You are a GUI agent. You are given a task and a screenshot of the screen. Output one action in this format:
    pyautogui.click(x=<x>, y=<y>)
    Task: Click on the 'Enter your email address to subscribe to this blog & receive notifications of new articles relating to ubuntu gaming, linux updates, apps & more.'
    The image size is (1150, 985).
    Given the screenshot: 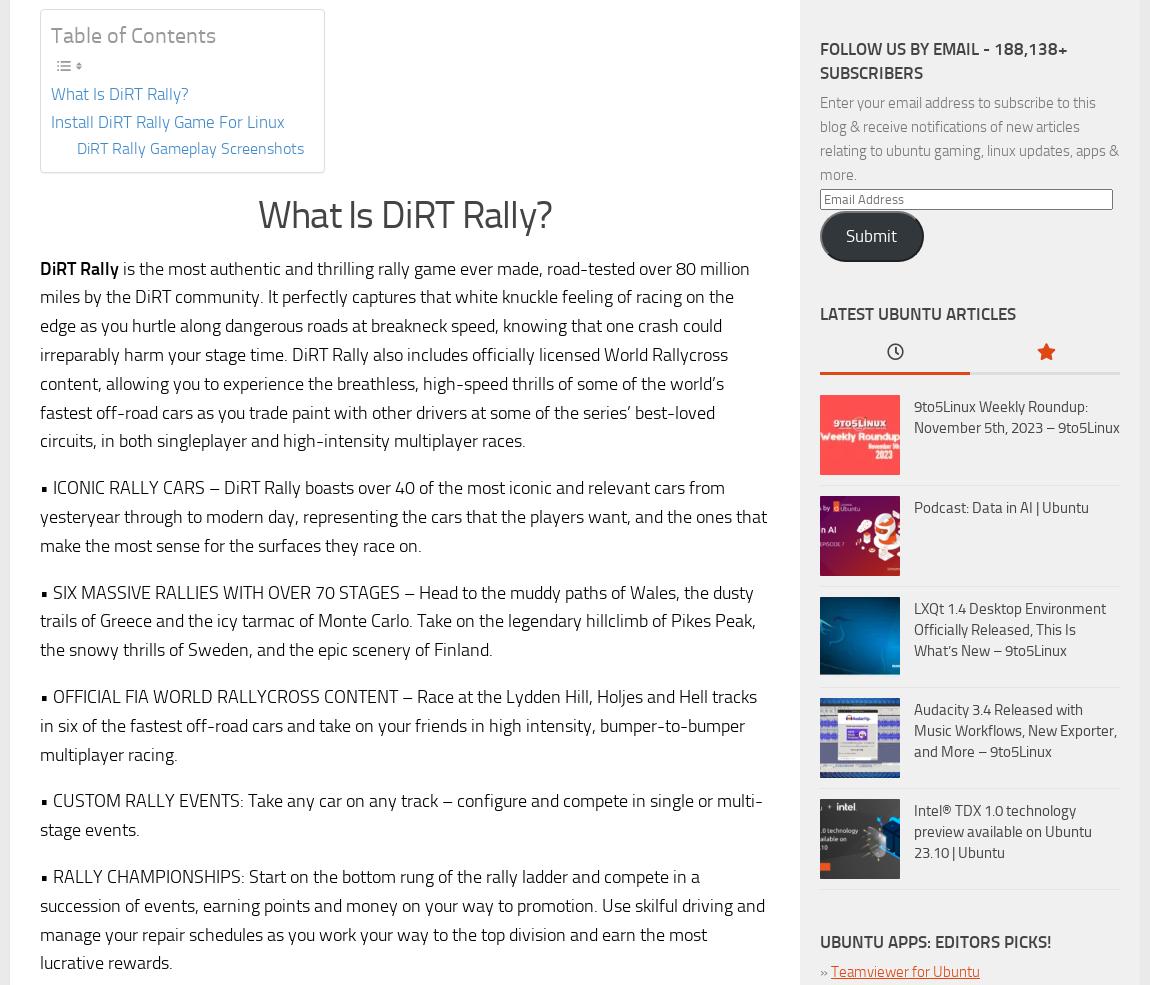 What is the action you would take?
    pyautogui.click(x=818, y=138)
    